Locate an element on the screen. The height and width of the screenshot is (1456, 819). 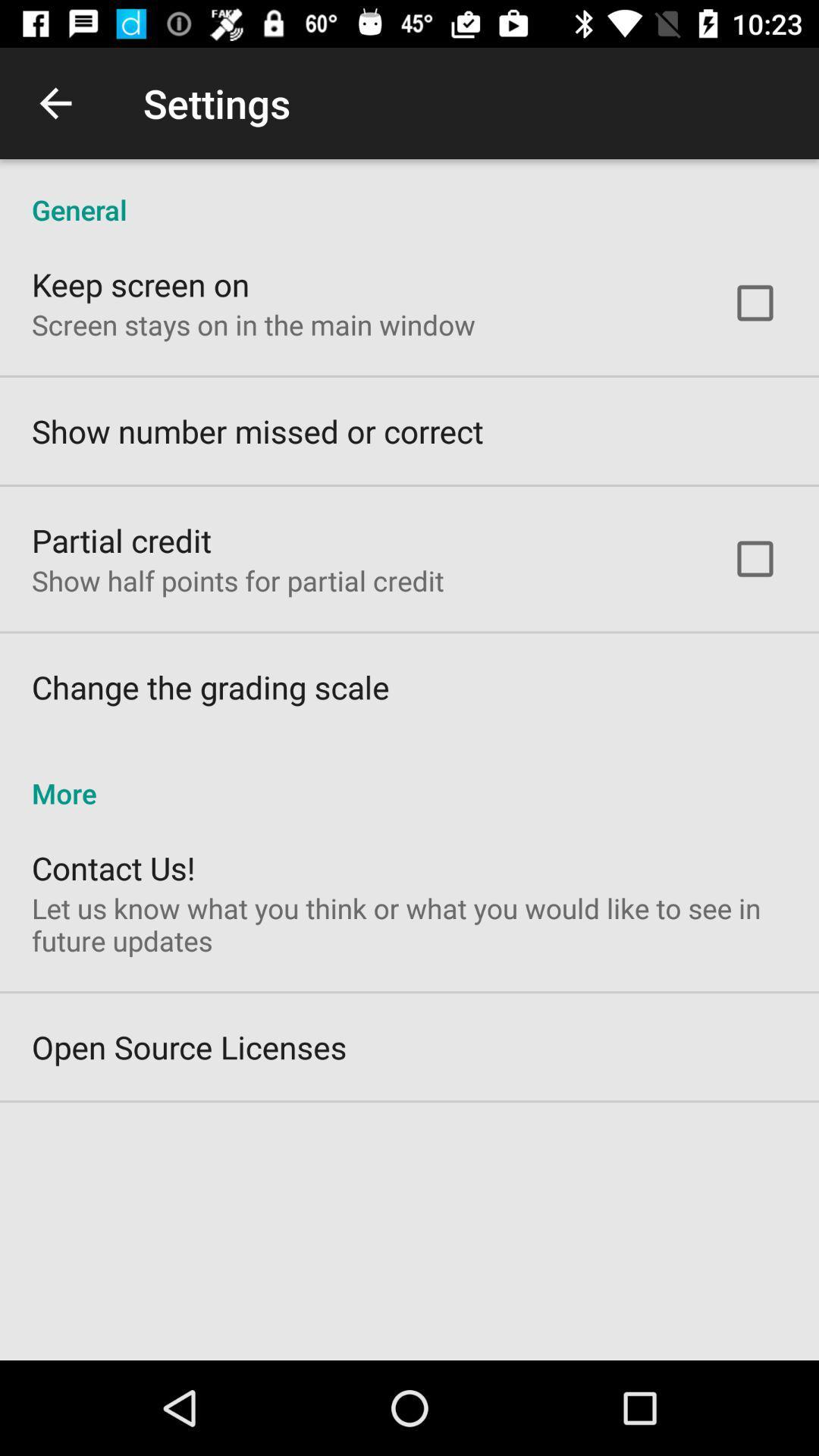
contact us! icon is located at coordinates (112, 868).